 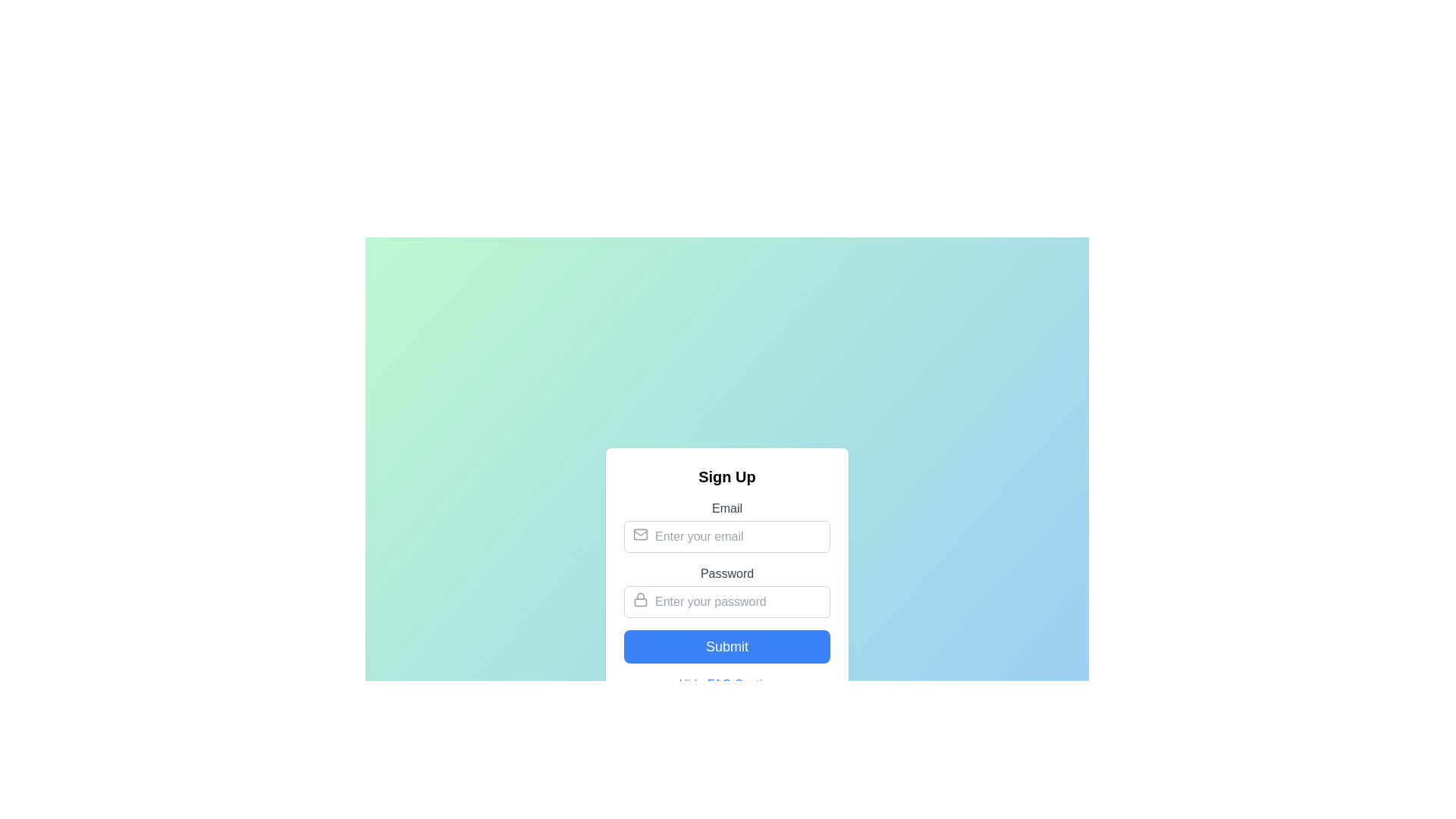 What do you see at coordinates (726, 475) in the screenshot?
I see `the static text header element that serves as the title for the section, positioned centrally above the 'Email' label and input element` at bounding box center [726, 475].